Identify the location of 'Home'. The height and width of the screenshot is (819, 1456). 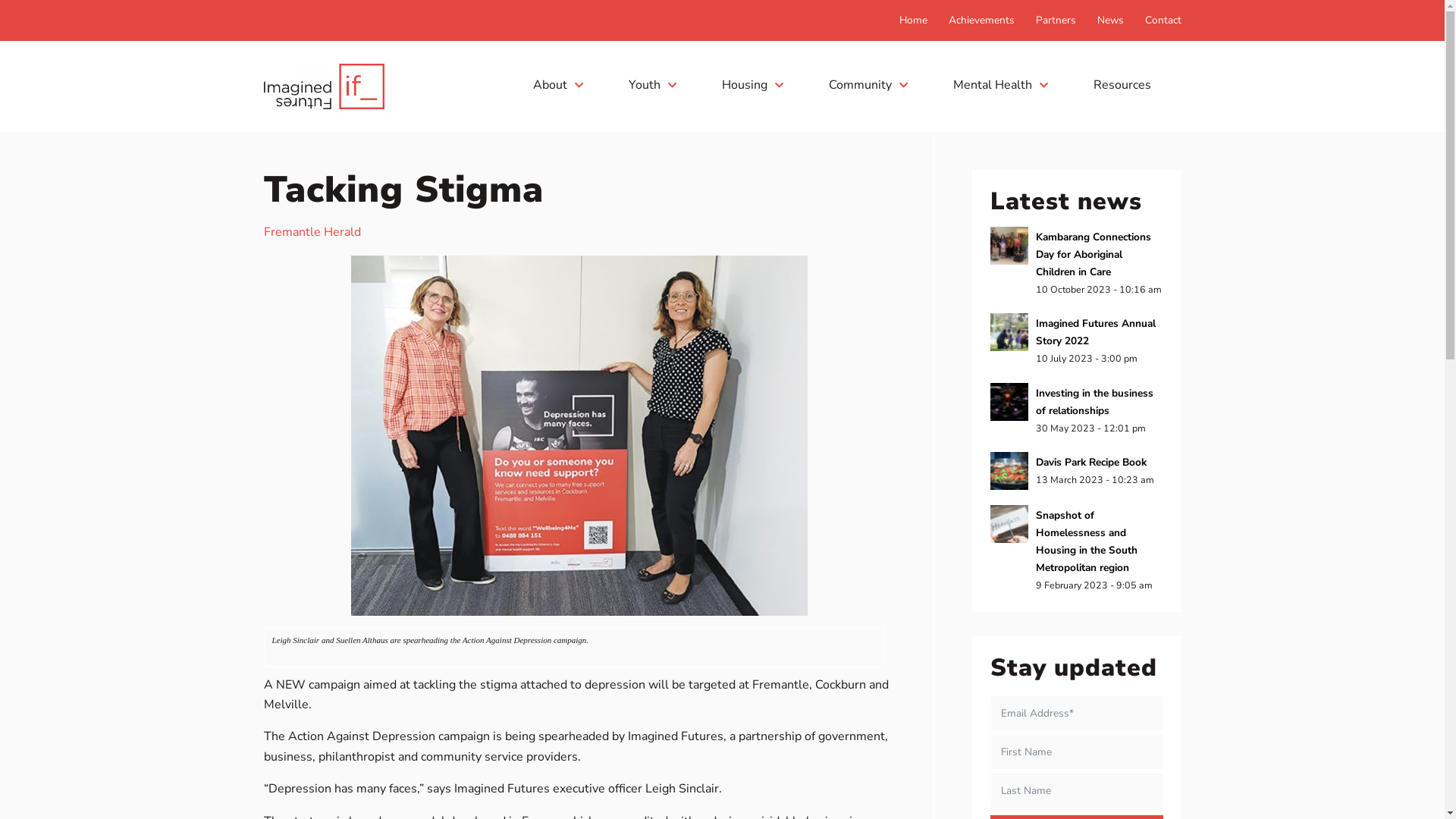
(899, 20).